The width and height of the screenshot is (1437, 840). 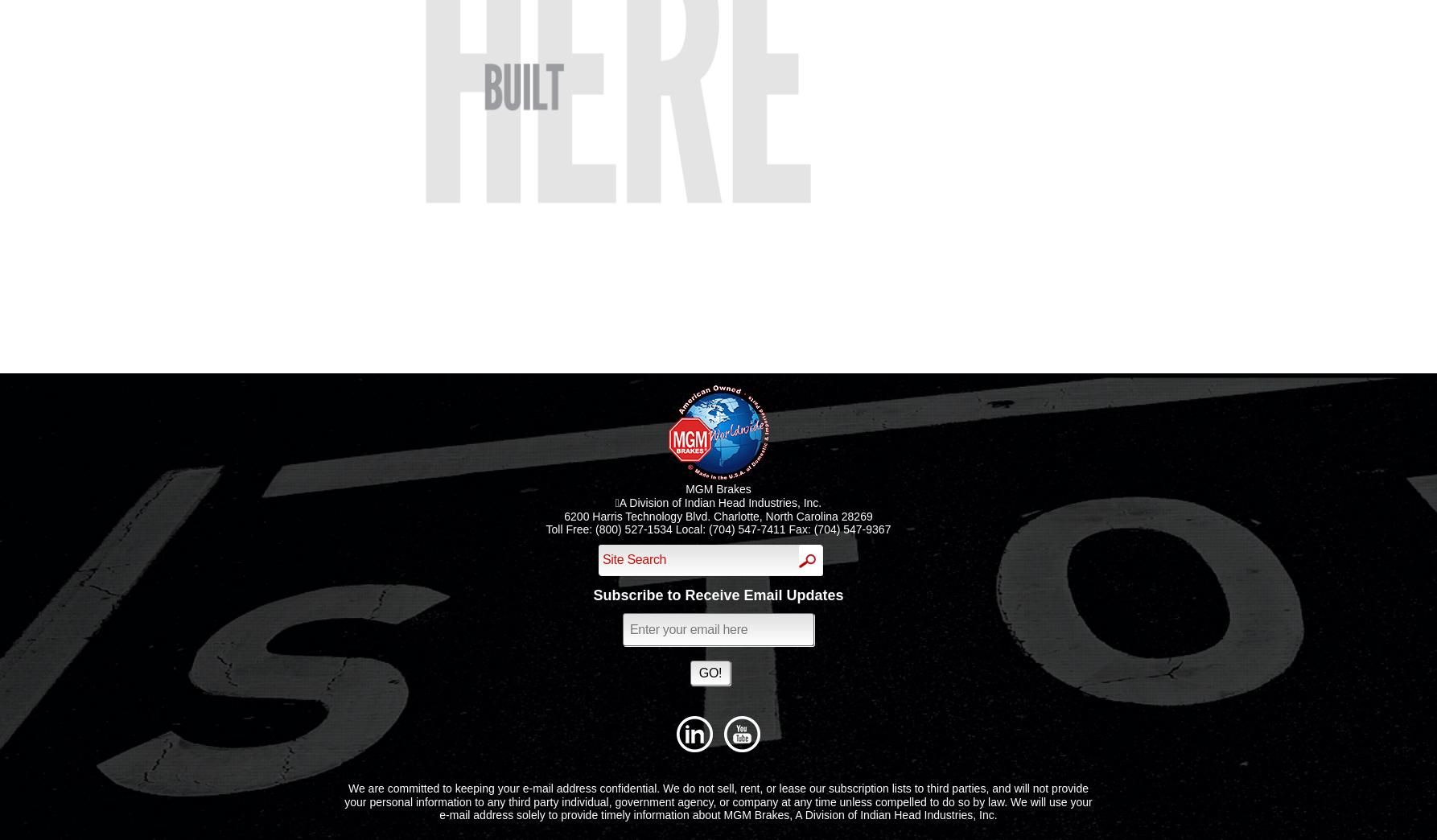 I want to click on 'Toll Free:', so click(x=570, y=529).